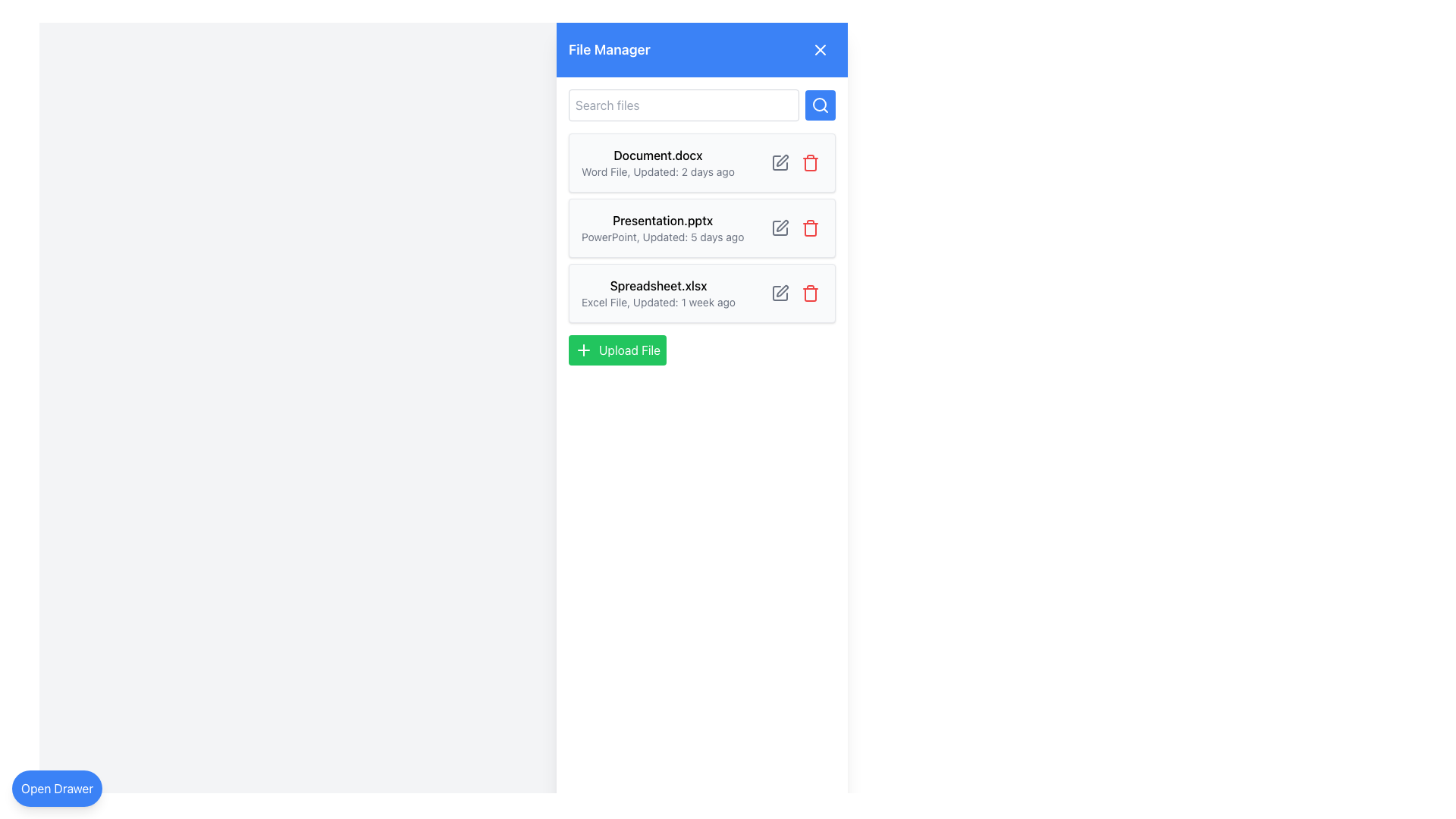 This screenshot has width=1456, height=819. What do you see at coordinates (810, 163) in the screenshot?
I see `the delete button located in the top-right corner of the row displaying the file named 'Document.docx'` at bounding box center [810, 163].